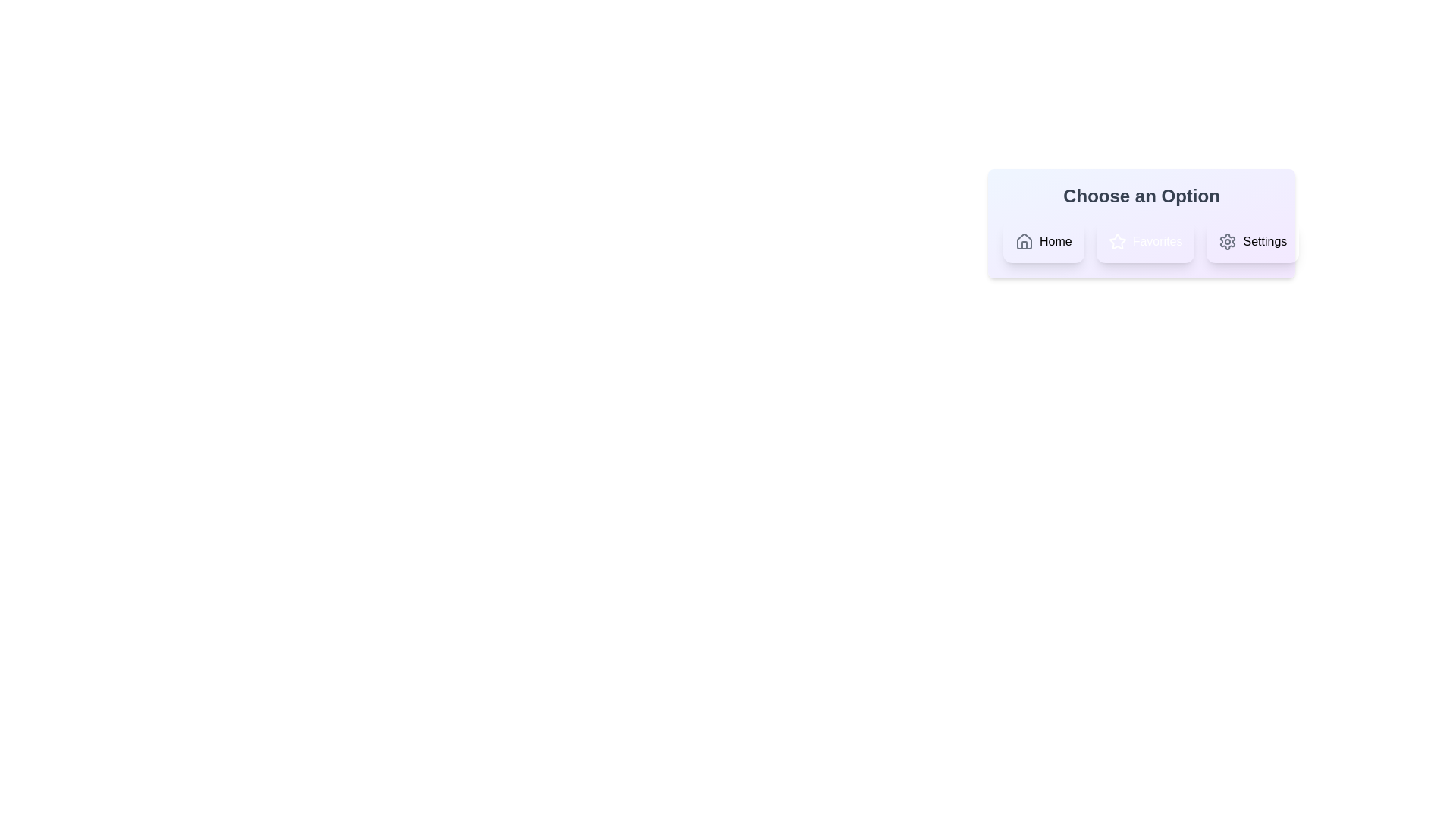  I want to click on the chip labeled Home, so click(1043, 241).